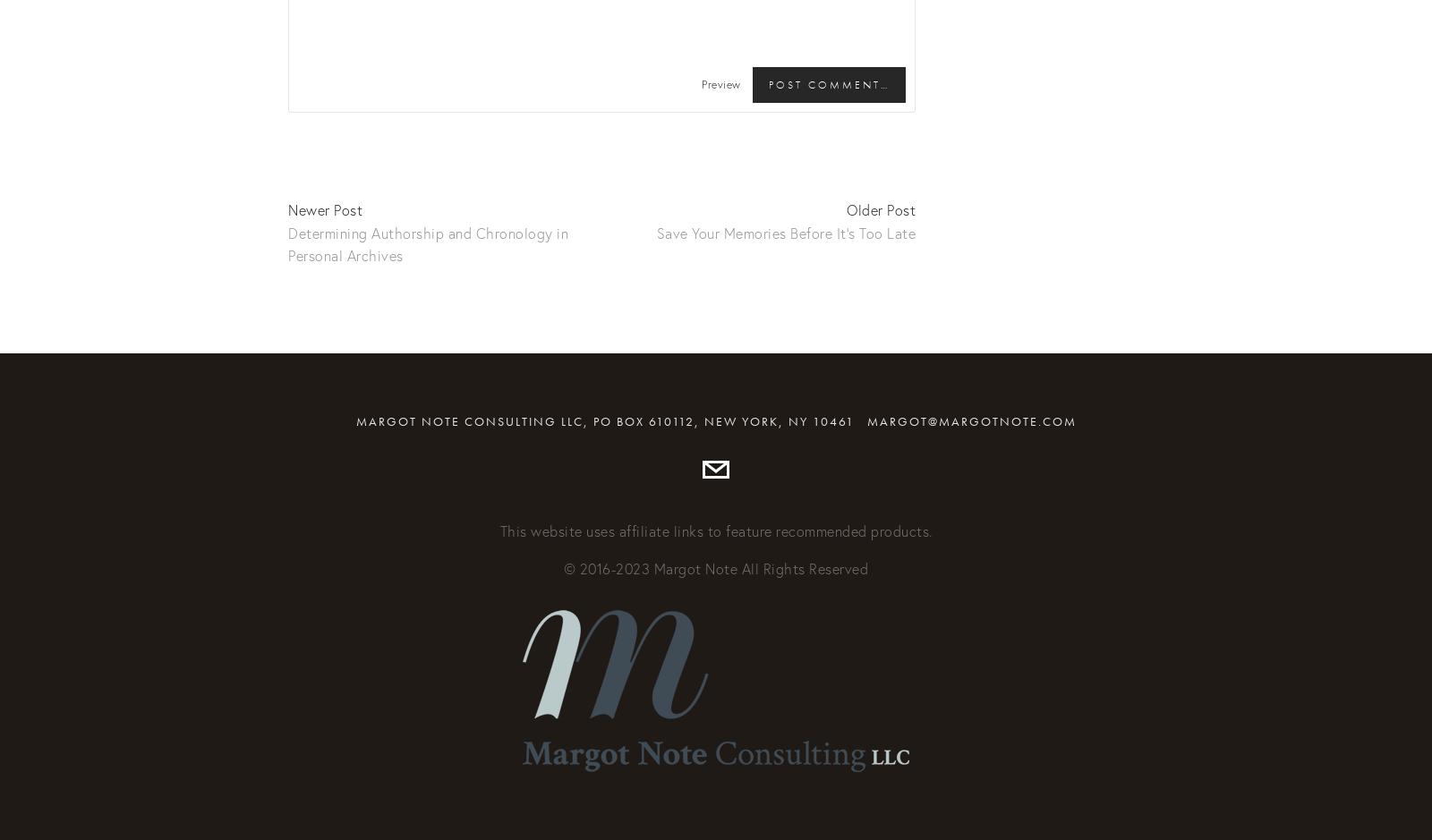  I want to click on 'Save Your Memories Before It's Too Late', so click(655, 231).